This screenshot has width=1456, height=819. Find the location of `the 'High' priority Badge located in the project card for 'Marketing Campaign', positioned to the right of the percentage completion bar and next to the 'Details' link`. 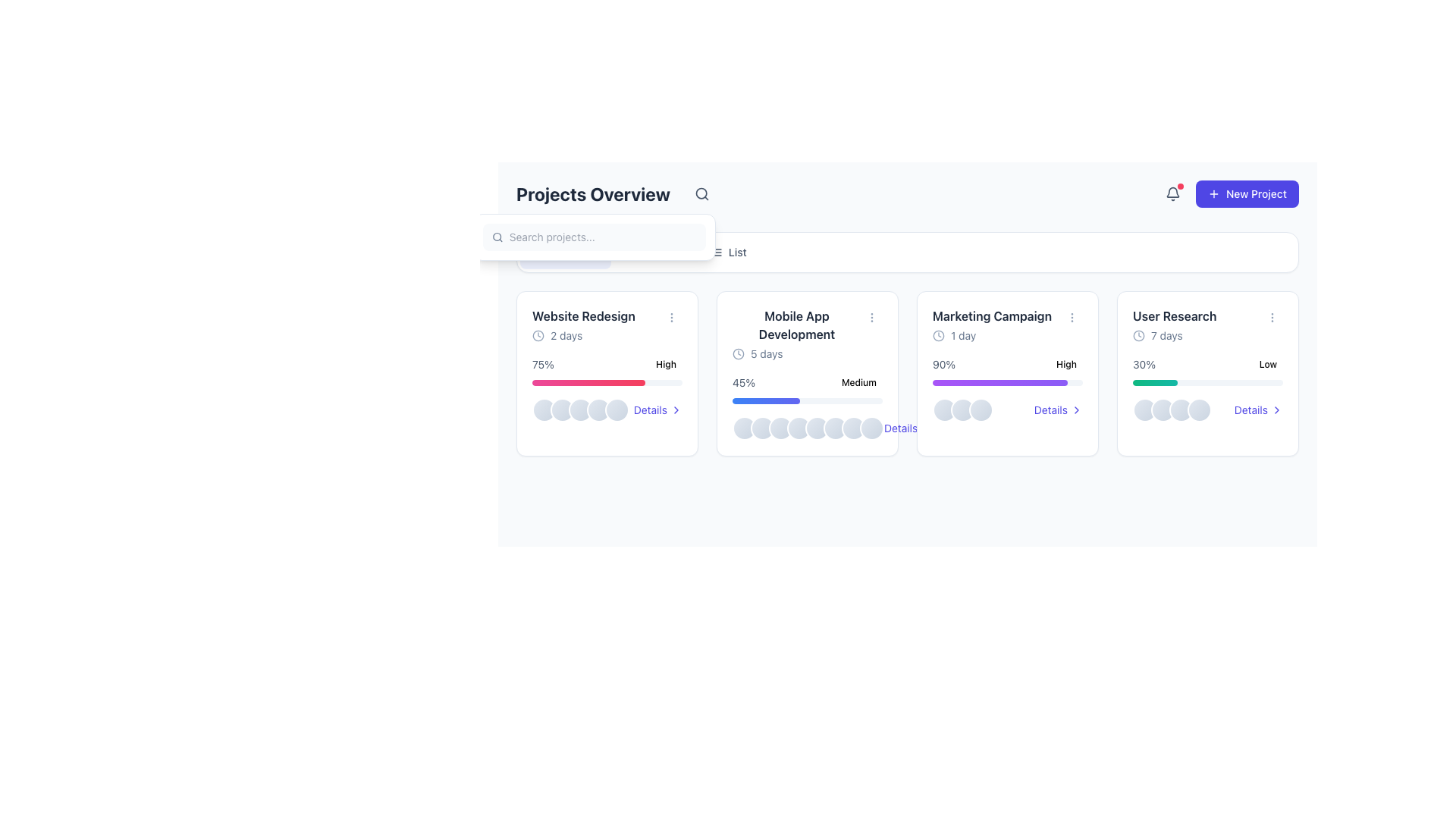

the 'High' priority Badge located in the project card for 'Marketing Campaign', positioned to the right of the percentage completion bar and next to the 'Details' link is located at coordinates (1065, 365).